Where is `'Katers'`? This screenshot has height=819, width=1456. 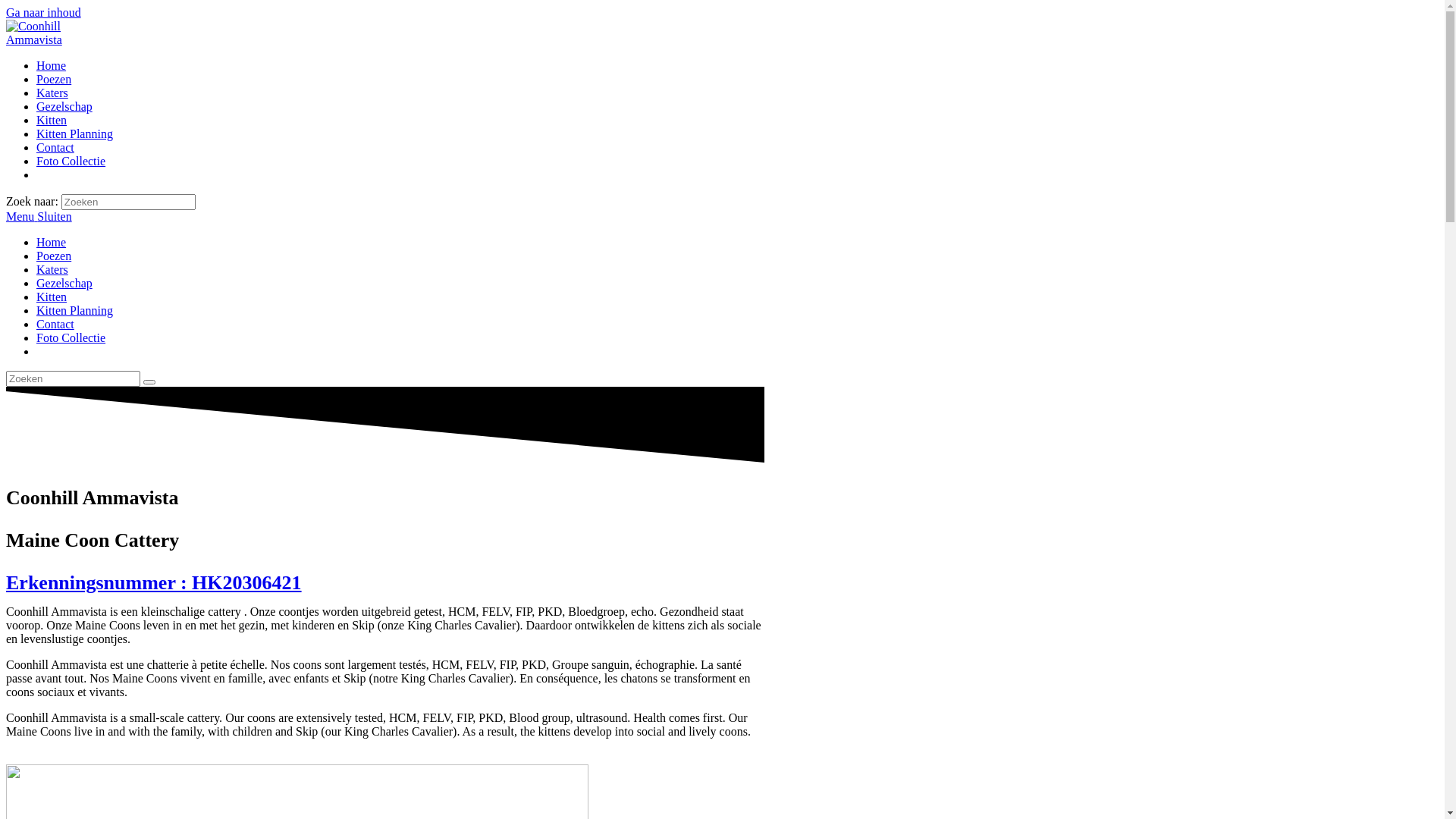 'Katers' is located at coordinates (36, 93).